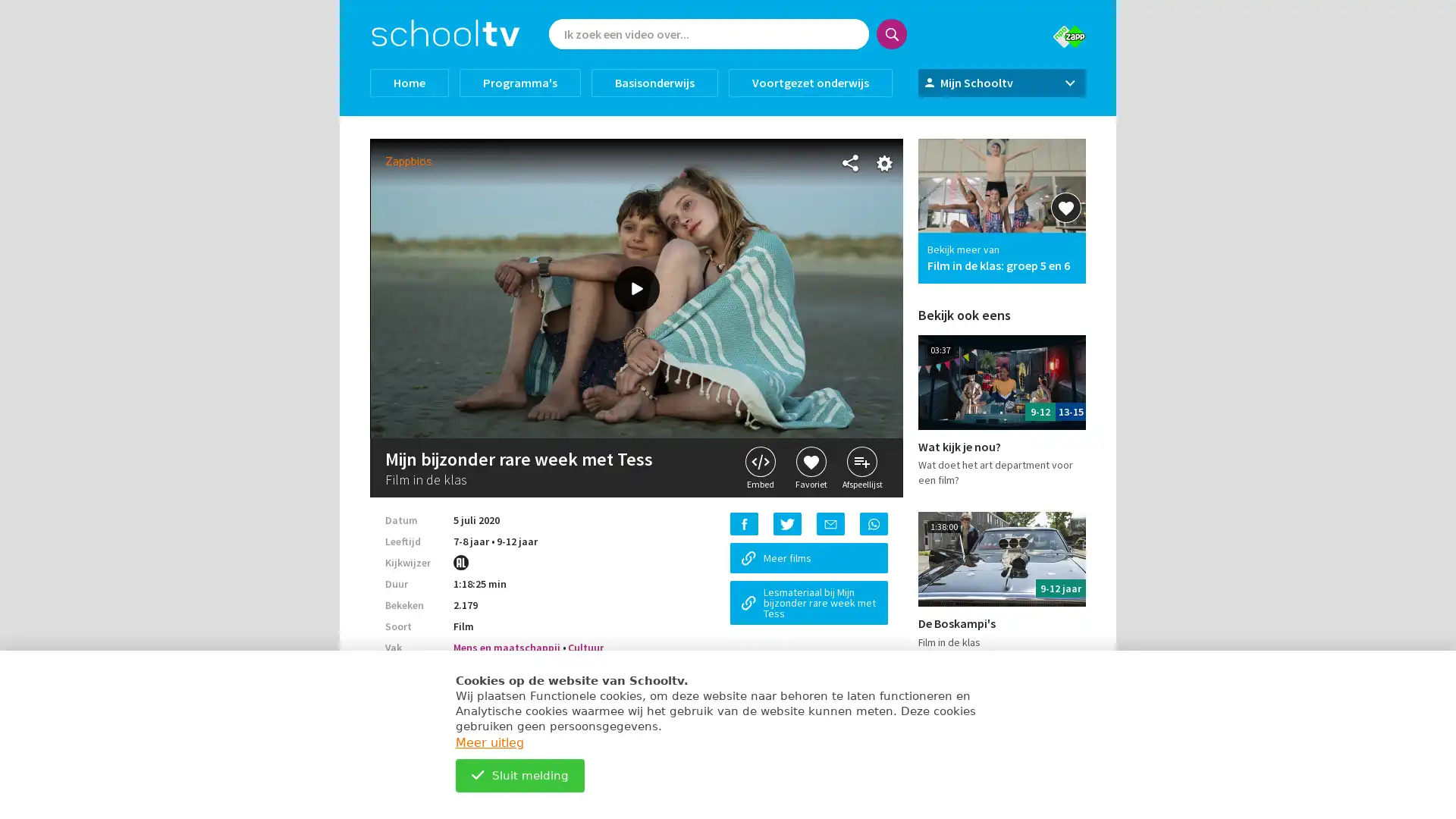 This screenshot has width=1456, height=819. I want to click on Wijzig, so click(726, 322).